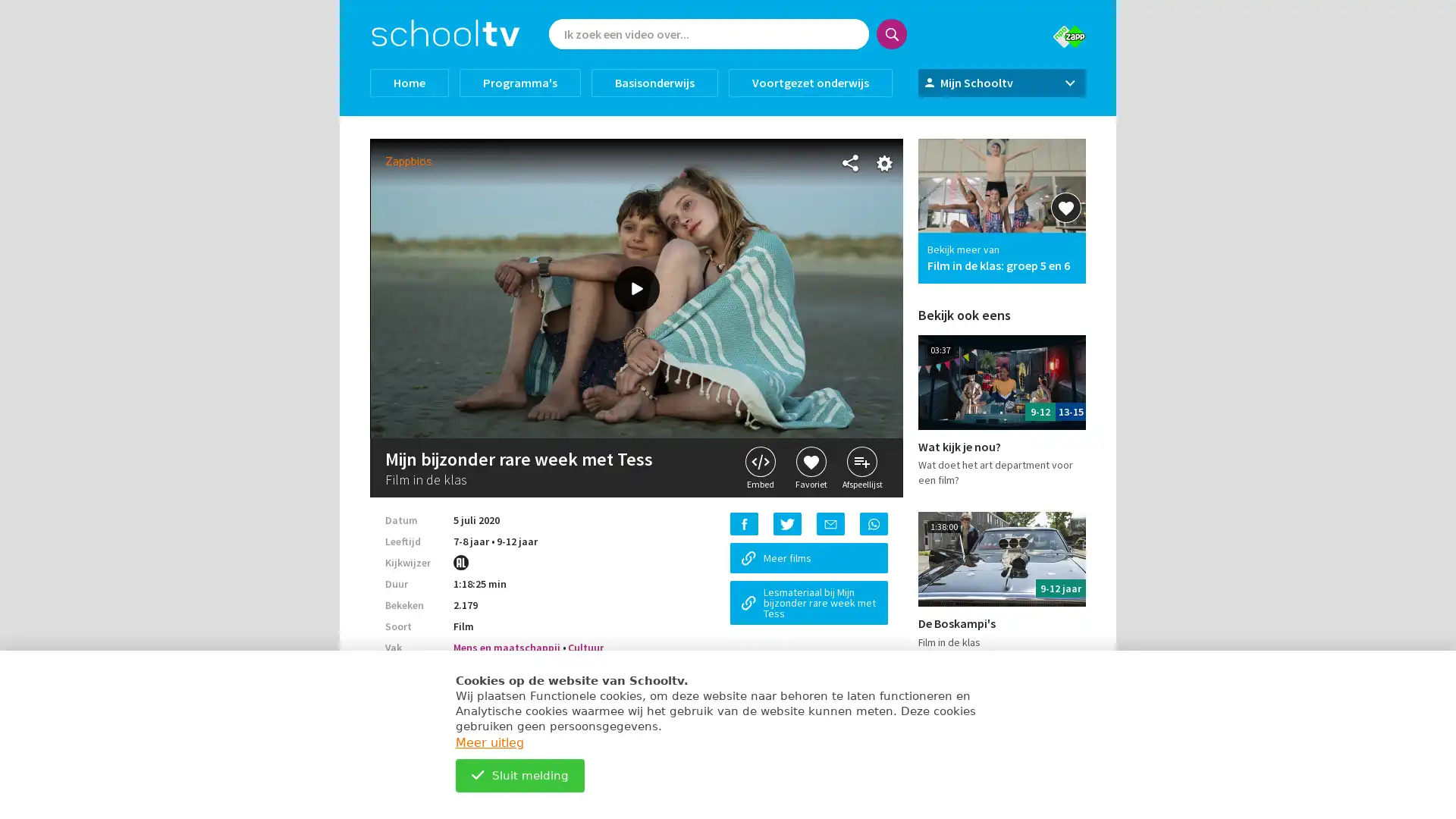 This screenshot has width=1456, height=819. I want to click on Wijzig, so click(726, 322).